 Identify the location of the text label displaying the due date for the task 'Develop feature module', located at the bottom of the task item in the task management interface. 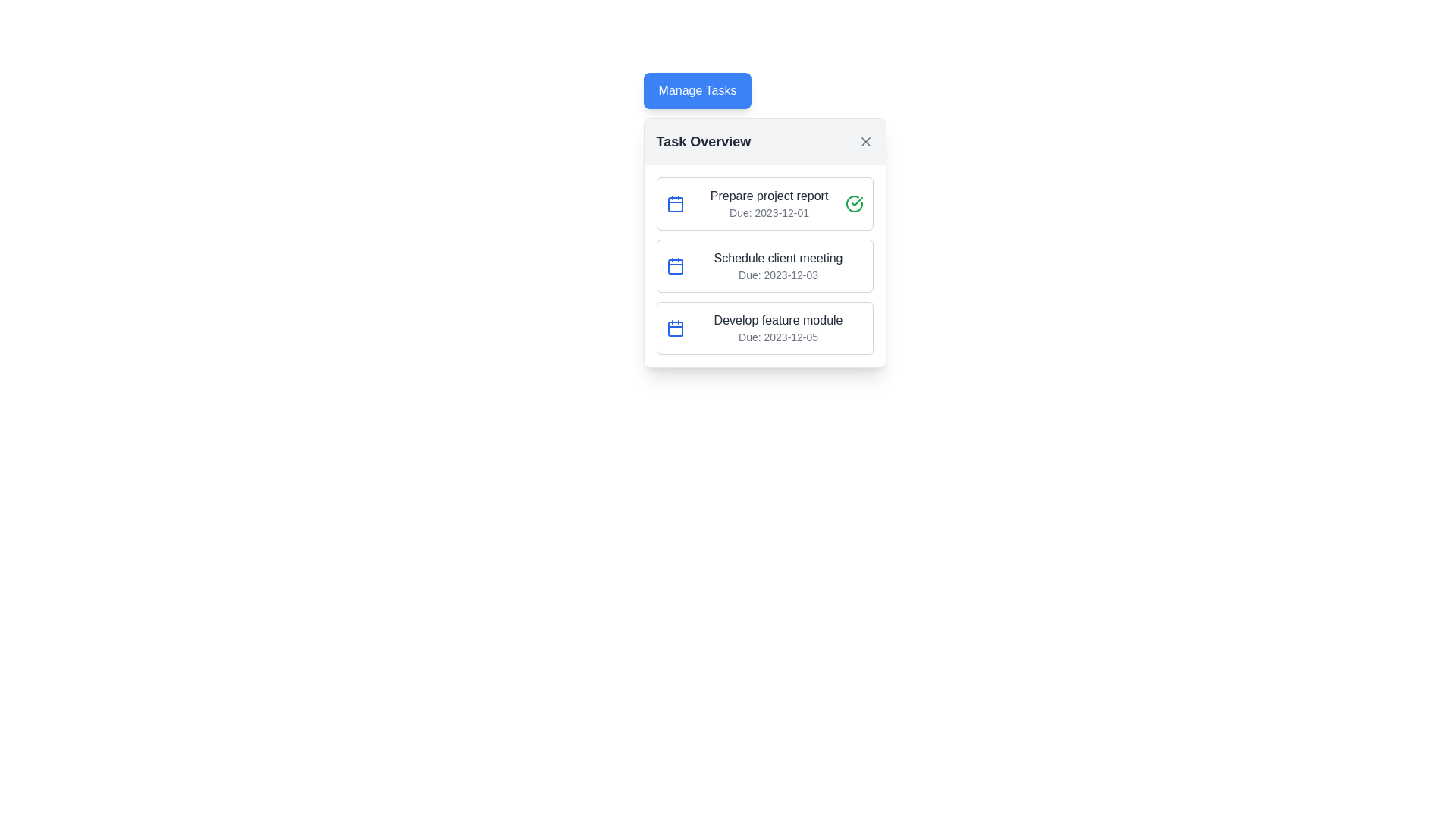
(778, 336).